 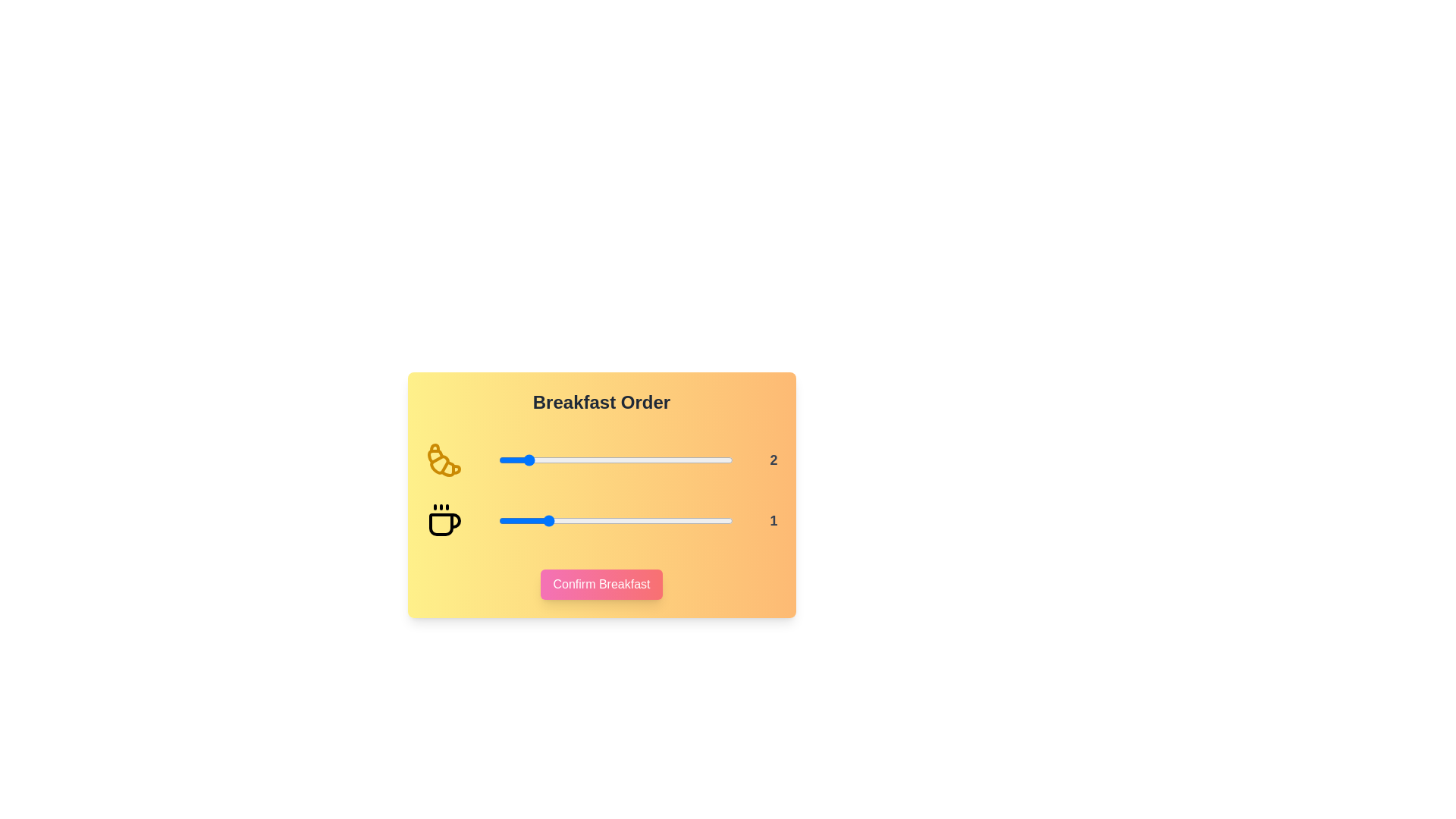 What do you see at coordinates (639, 519) in the screenshot?
I see `the coffee quantity to 3 using the slider` at bounding box center [639, 519].